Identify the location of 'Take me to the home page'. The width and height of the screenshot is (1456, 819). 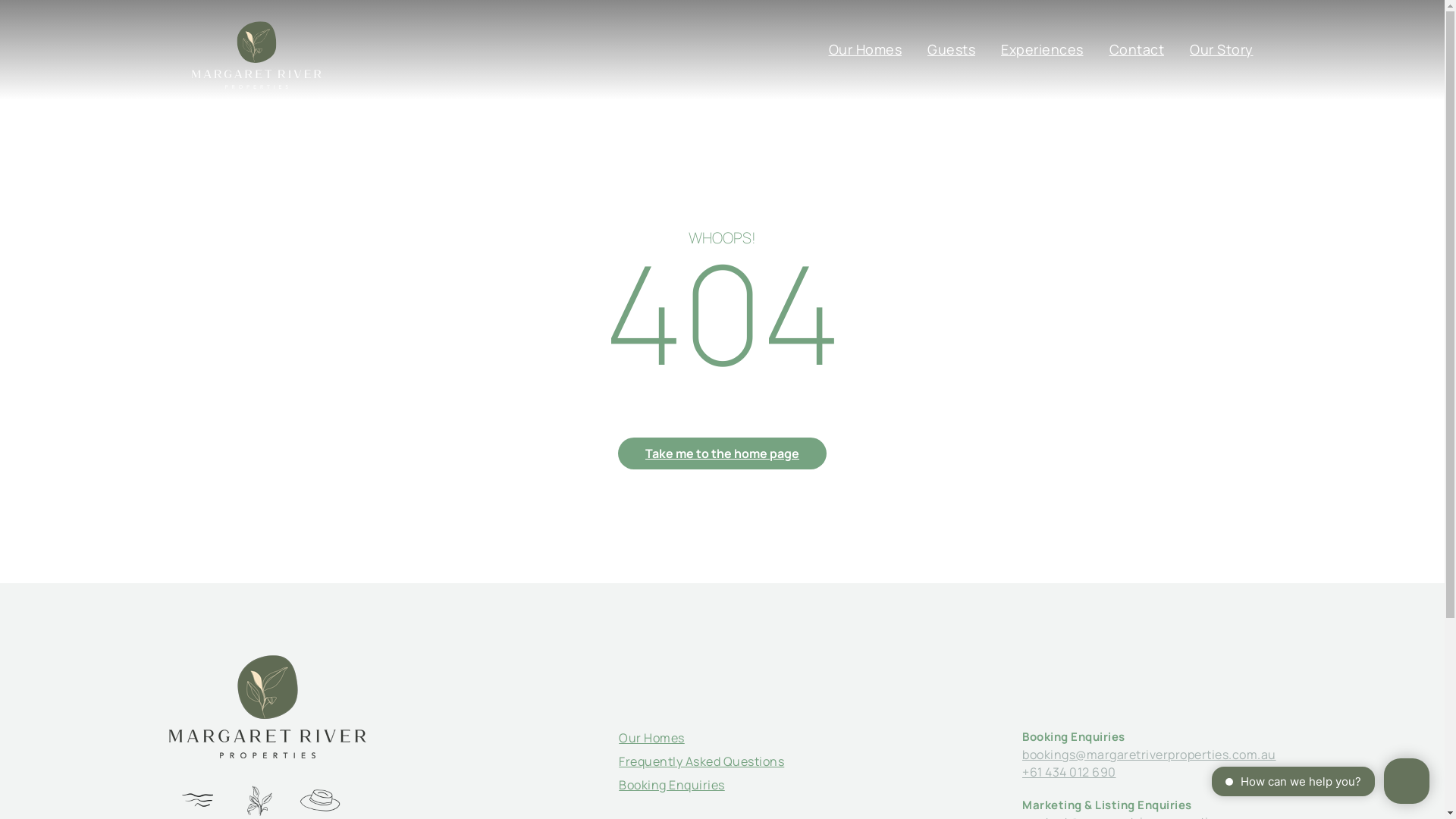
(721, 452).